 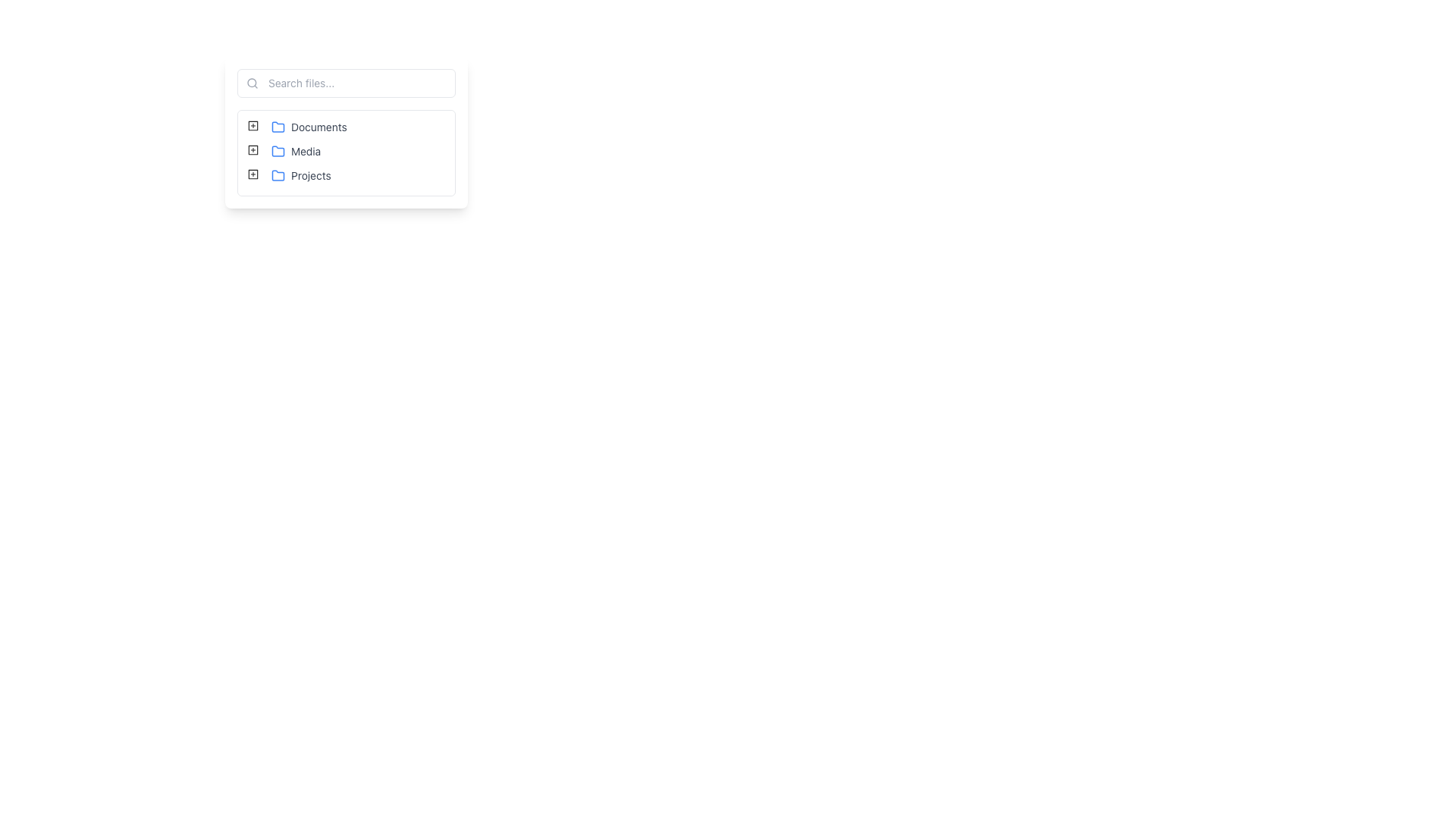 What do you see at coordinates (308, 127) in the screenshot?
I see `the 'Documents' text label with a blue folder icon beside it` at bounding box center [308, 127].